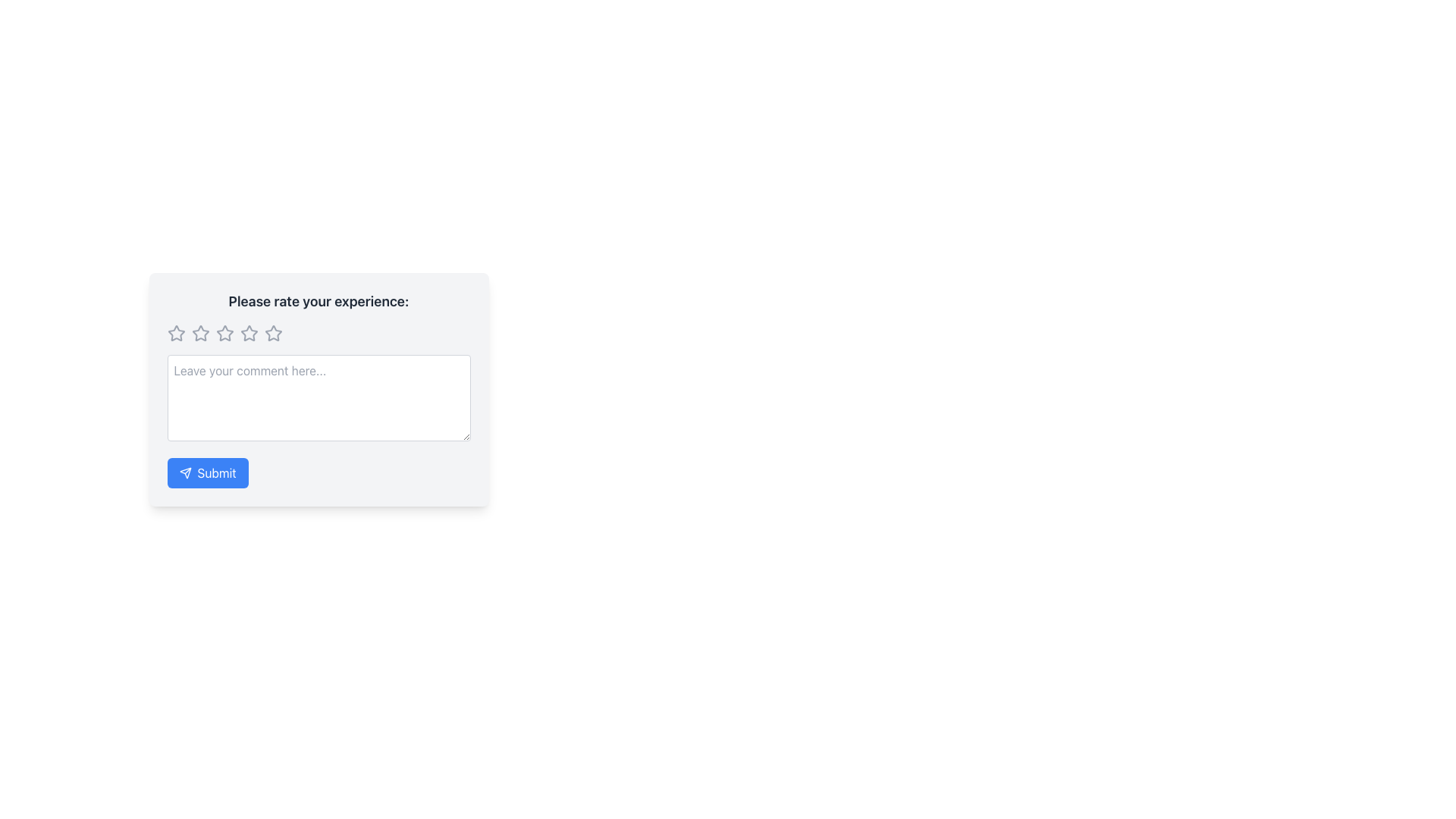 The image size is (1456, 819). I want to click on the blue 'Submit' button with a paper plane icon located at the bottom of the feedback panel, so click(207, 472).